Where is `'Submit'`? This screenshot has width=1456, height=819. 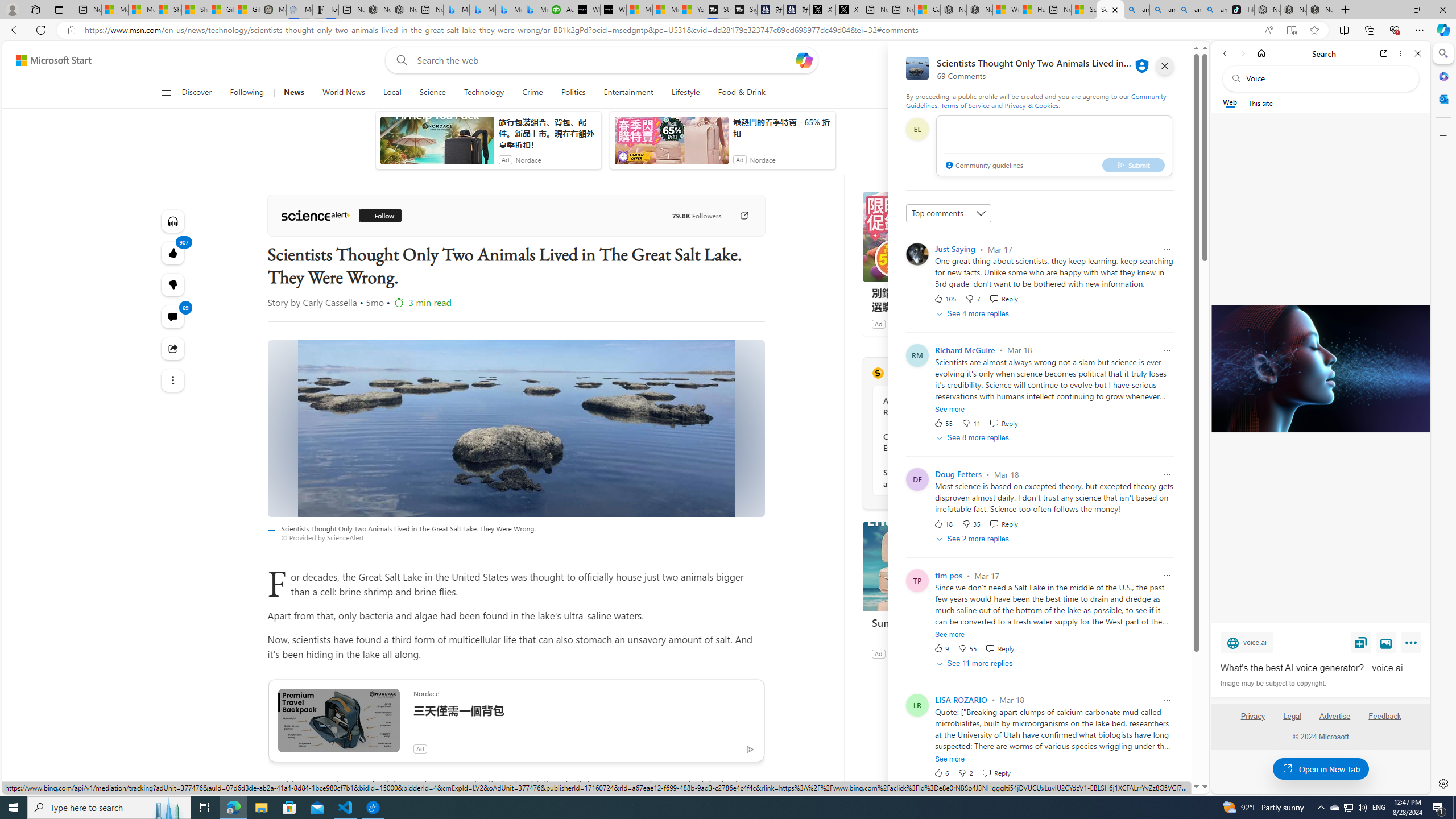
'Submit' is located at coordinates (1133, 164).